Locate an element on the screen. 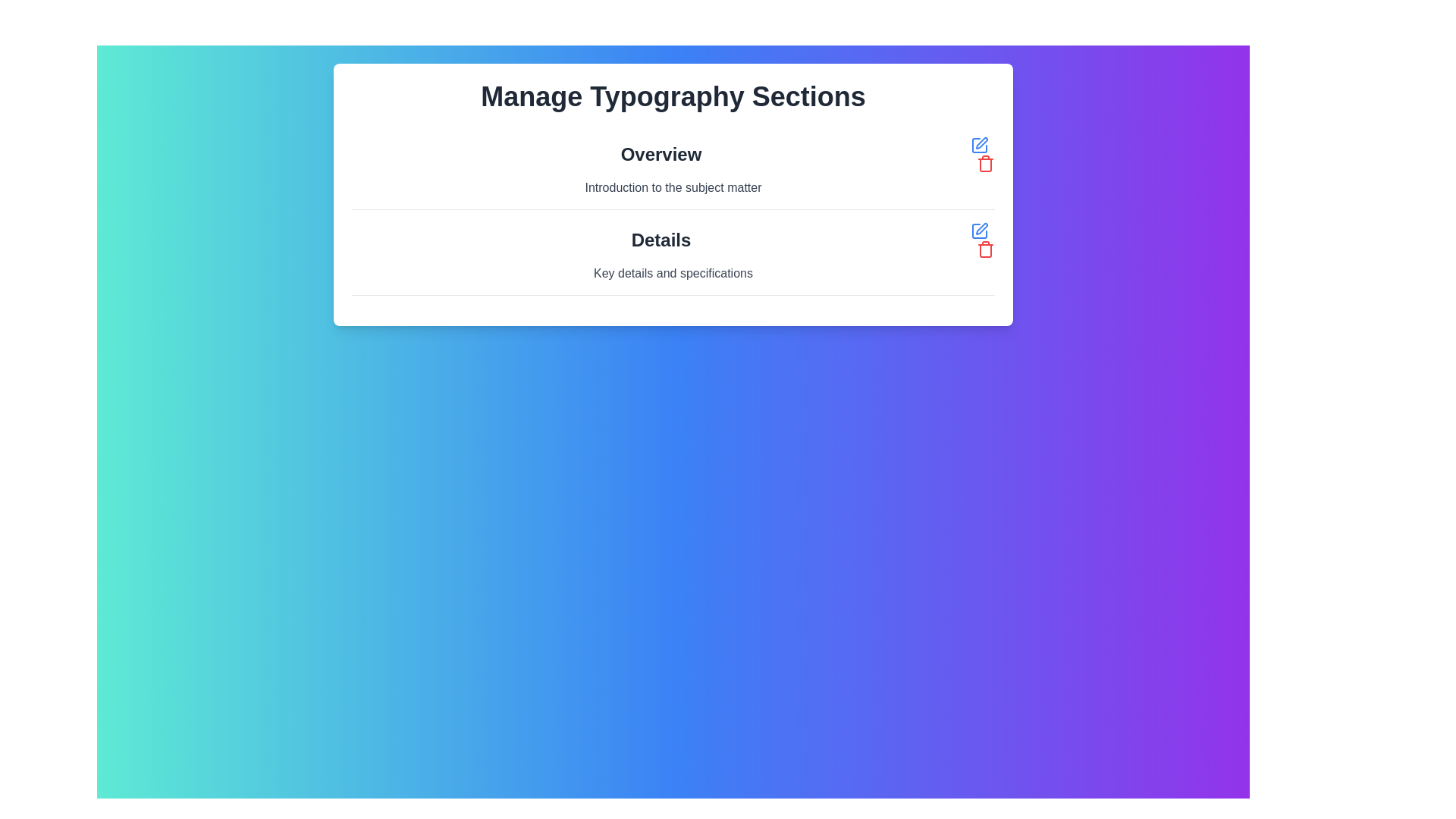 The image size is (1456, 819). the first icon in the interactive toolbar on the right edge of the 'Details' section to initiate editing is located at coordinates (979, 231).